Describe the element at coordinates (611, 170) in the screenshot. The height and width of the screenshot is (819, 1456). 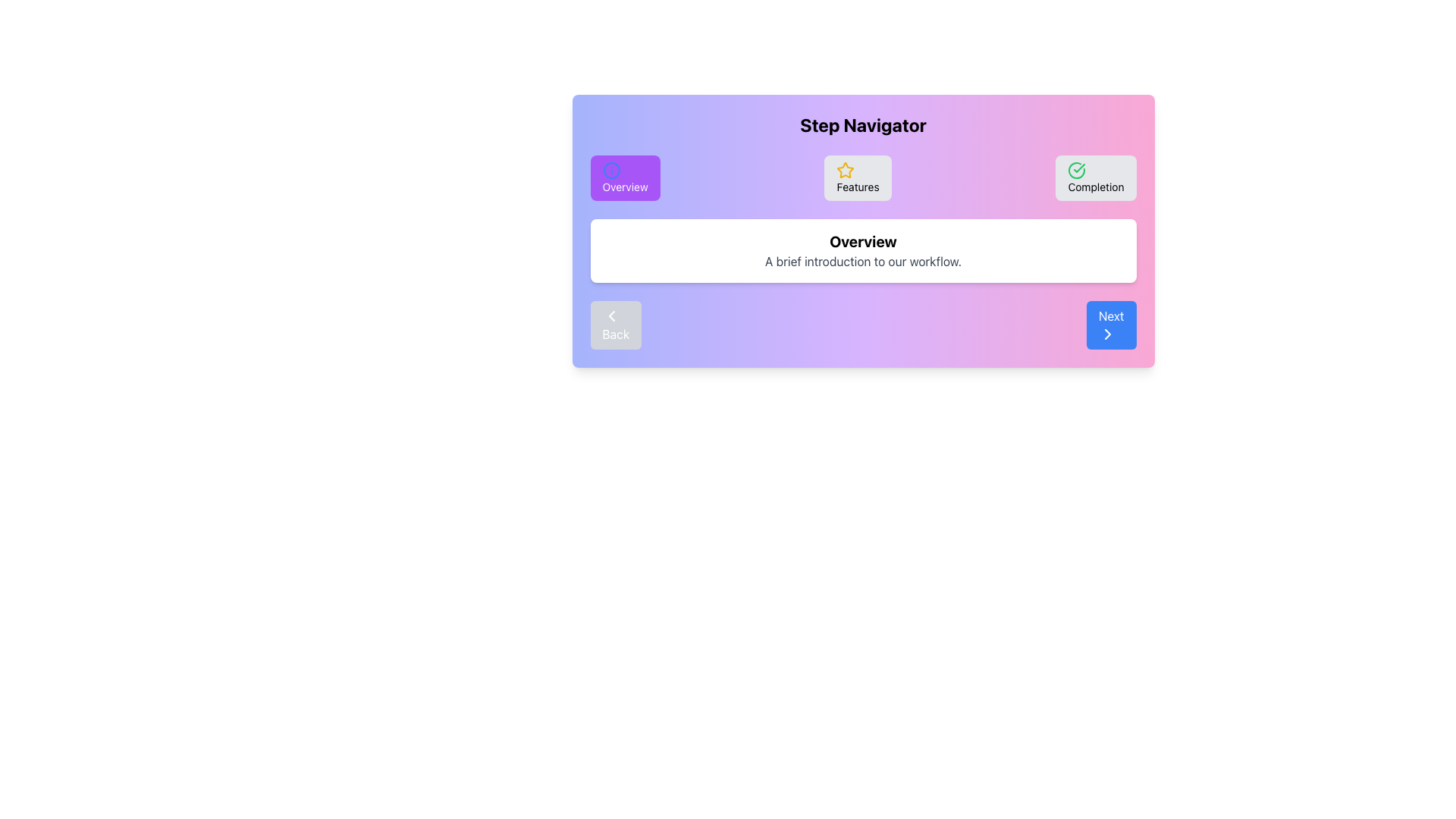
I see `the circular icon with a blue outline and transparent fill, located inside the purple 'Overview' button` at that location.